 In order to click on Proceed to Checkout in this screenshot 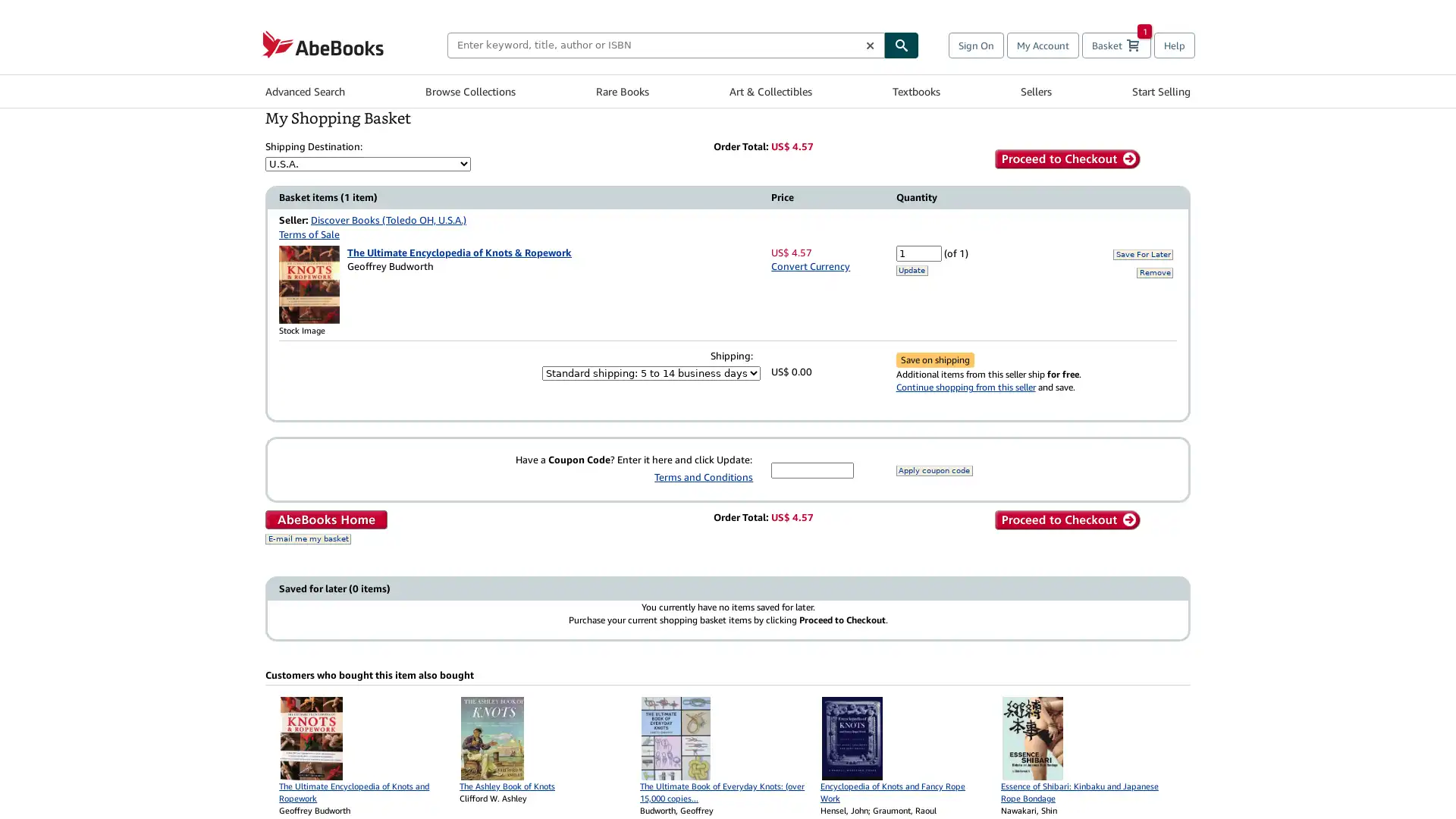, I will do `click(1065, 519)`.